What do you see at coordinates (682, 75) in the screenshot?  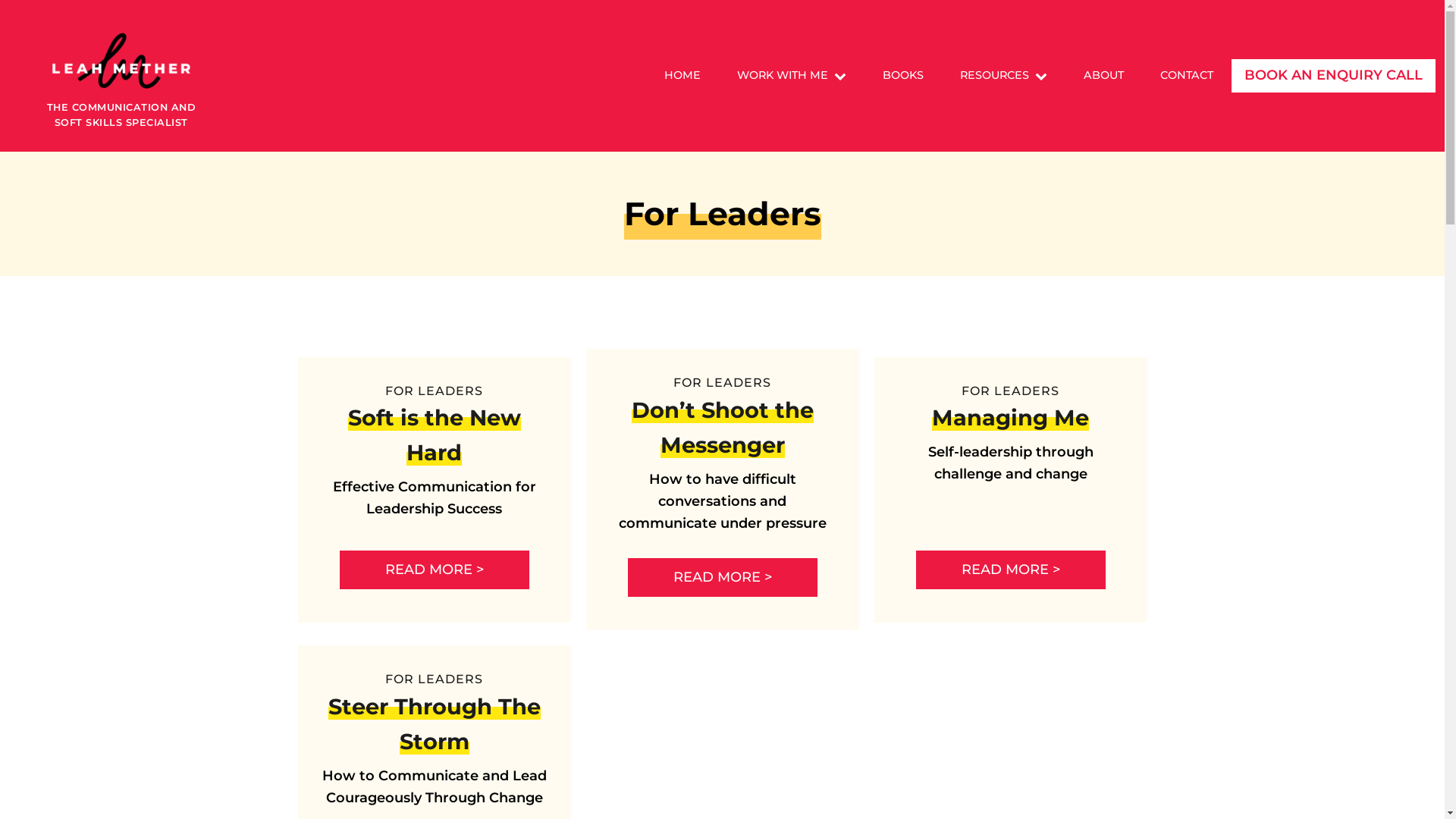 I see `'HOME'` at bounding box center [682, 75].